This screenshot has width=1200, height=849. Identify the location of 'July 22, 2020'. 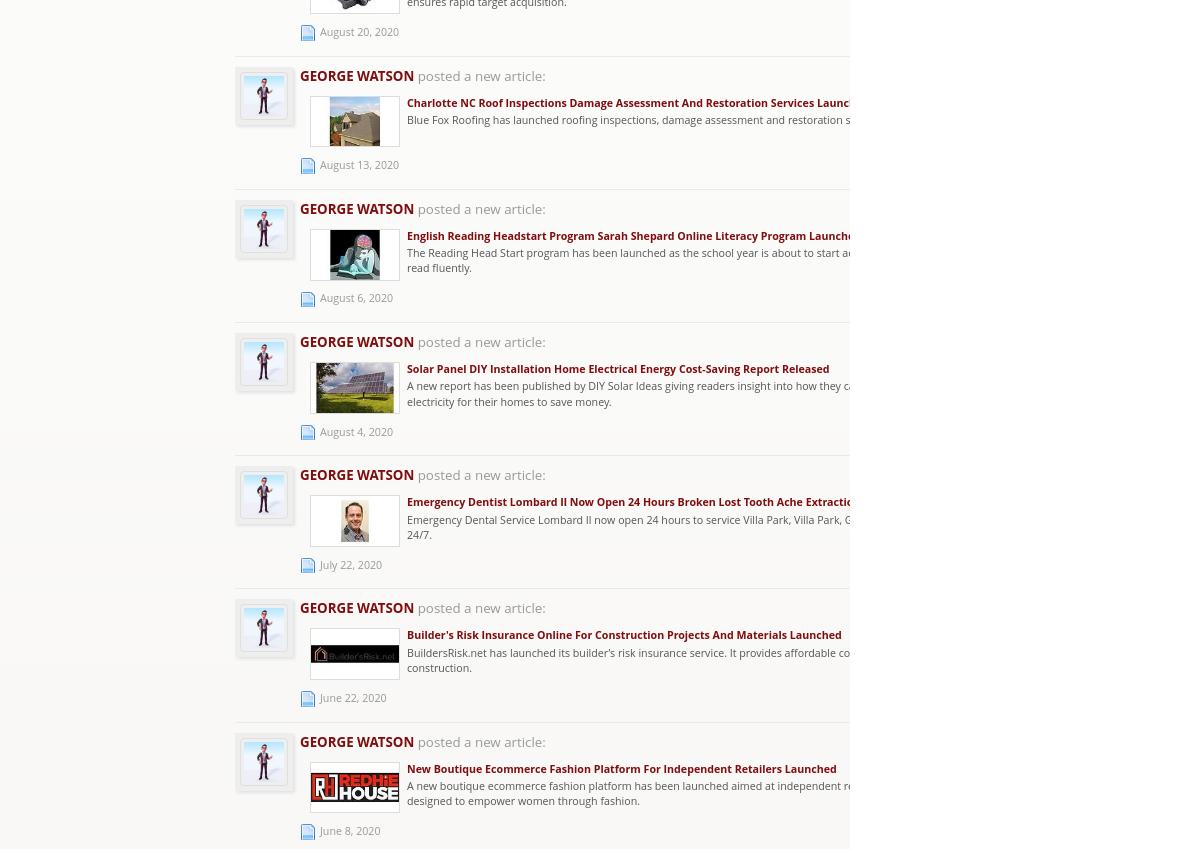
(320, 563).